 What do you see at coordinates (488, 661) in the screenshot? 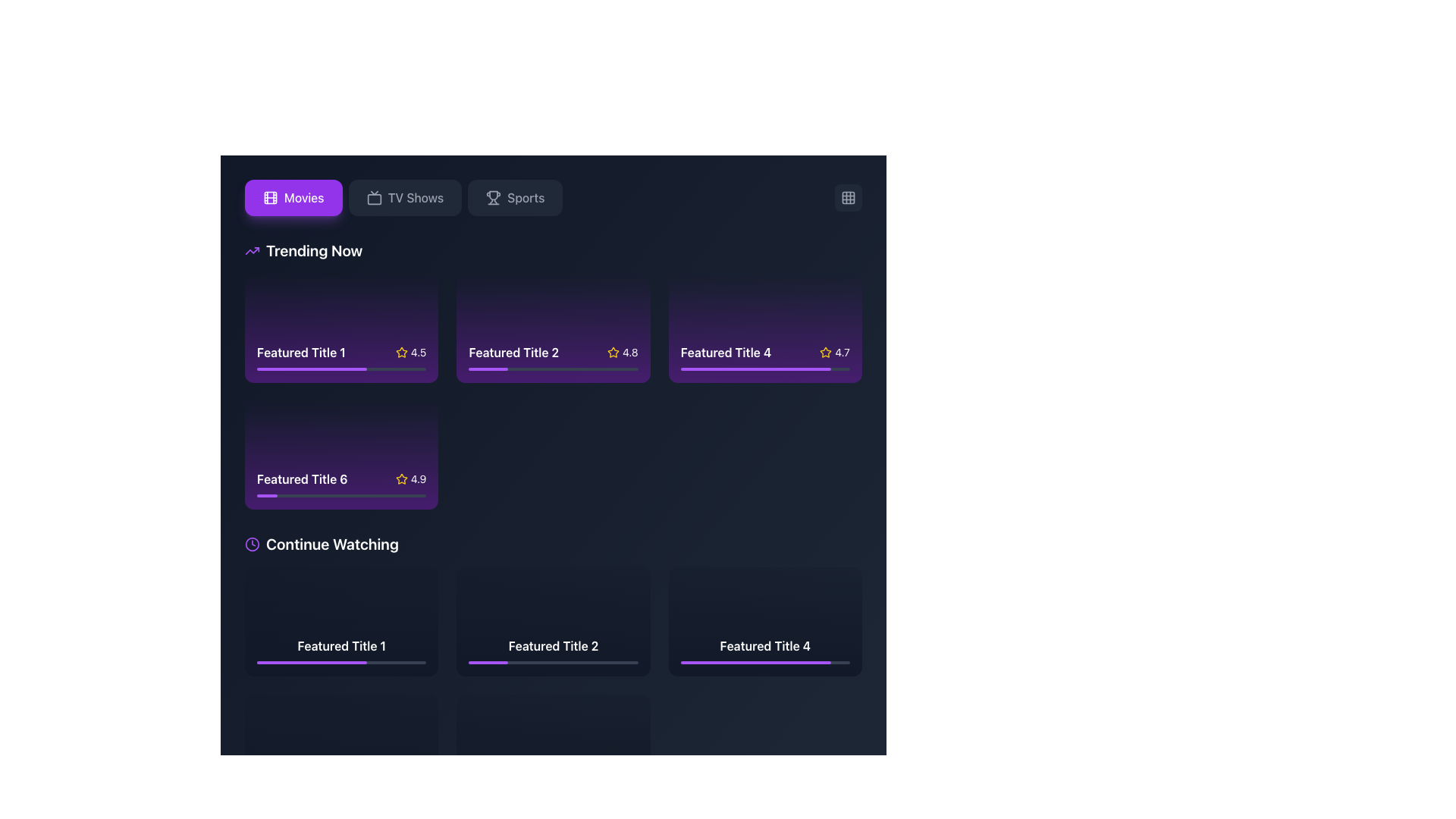
I see `the purple rounded progress bar segment that represents the filled portion of the progress bar in the 'Continue Watching' section for 'Featured Title 2'` at bounding box center [488, 661].